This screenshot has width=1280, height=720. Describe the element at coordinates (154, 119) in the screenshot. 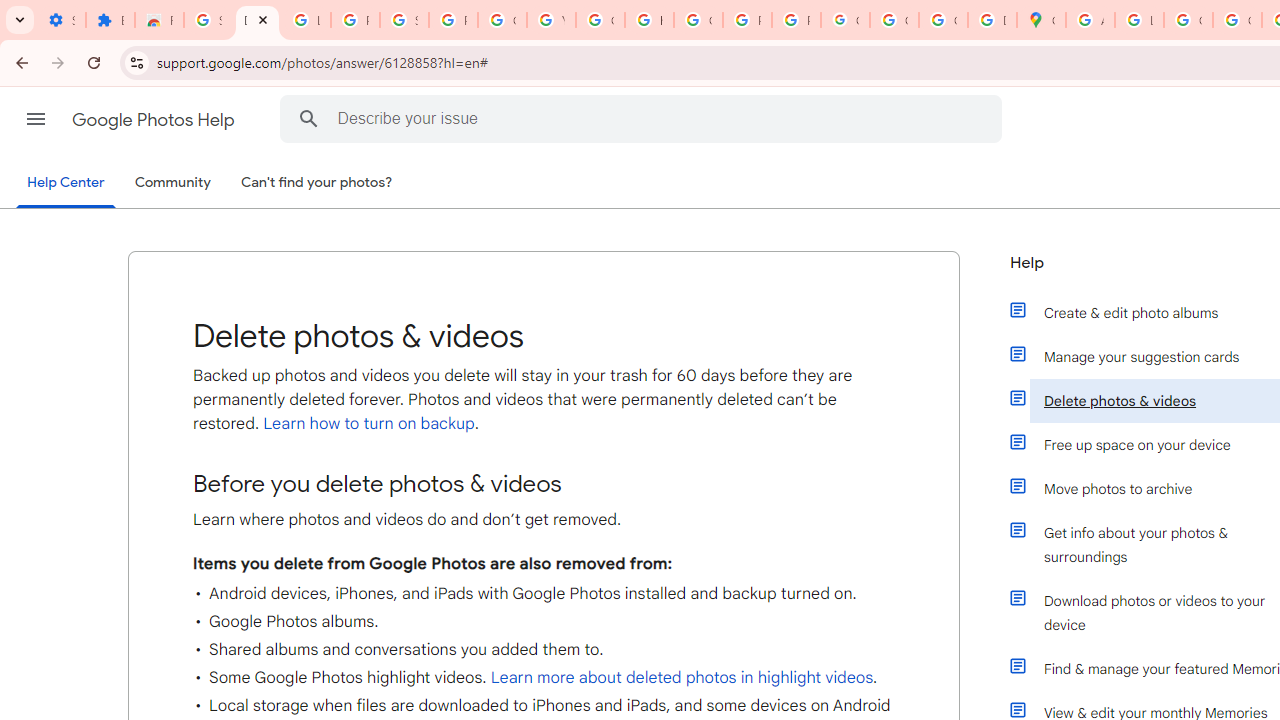

I see `'Google Photos Help'` at that location.